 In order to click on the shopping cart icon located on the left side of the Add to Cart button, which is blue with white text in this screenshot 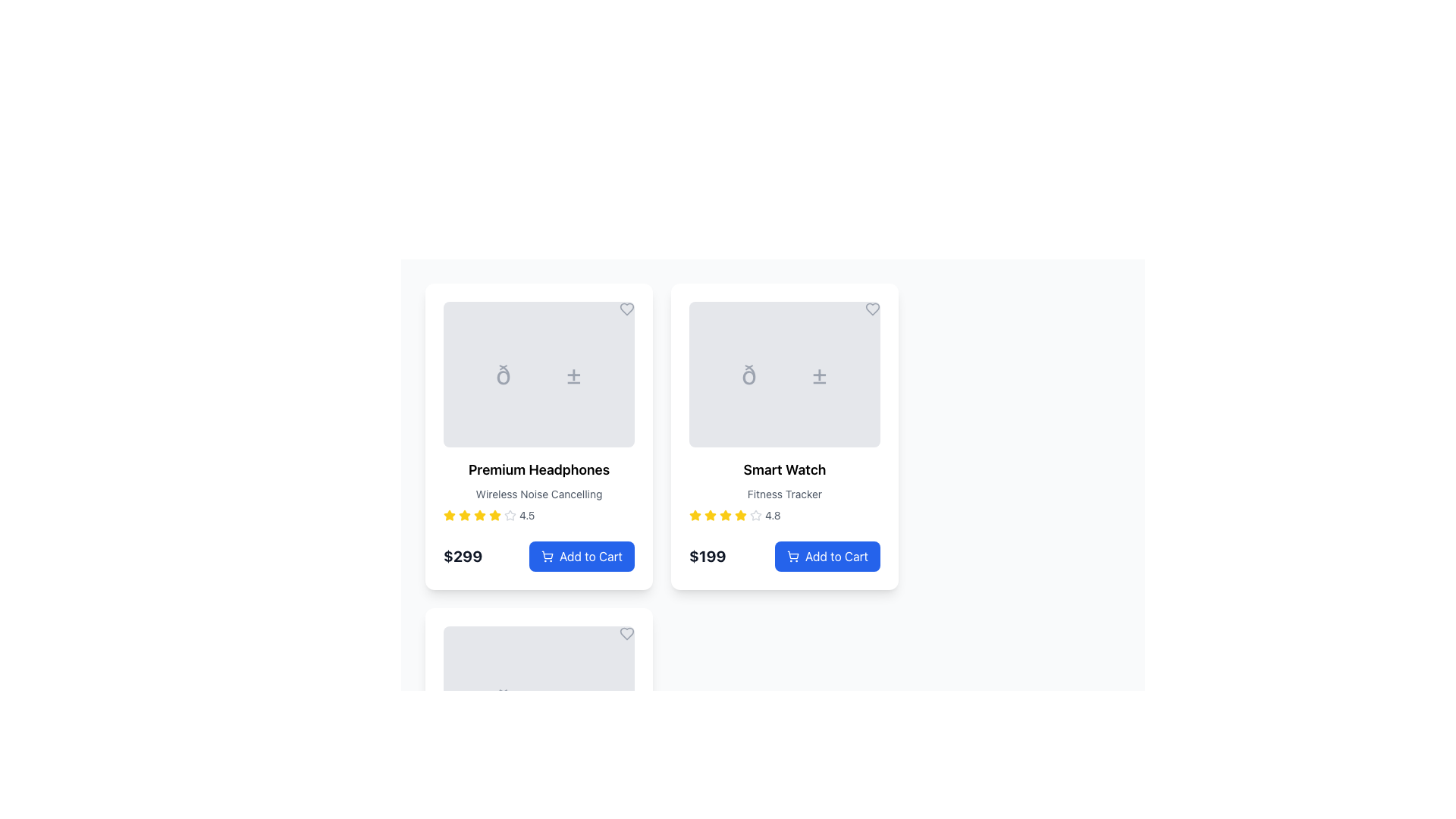, I will do `click(546, 556)`.